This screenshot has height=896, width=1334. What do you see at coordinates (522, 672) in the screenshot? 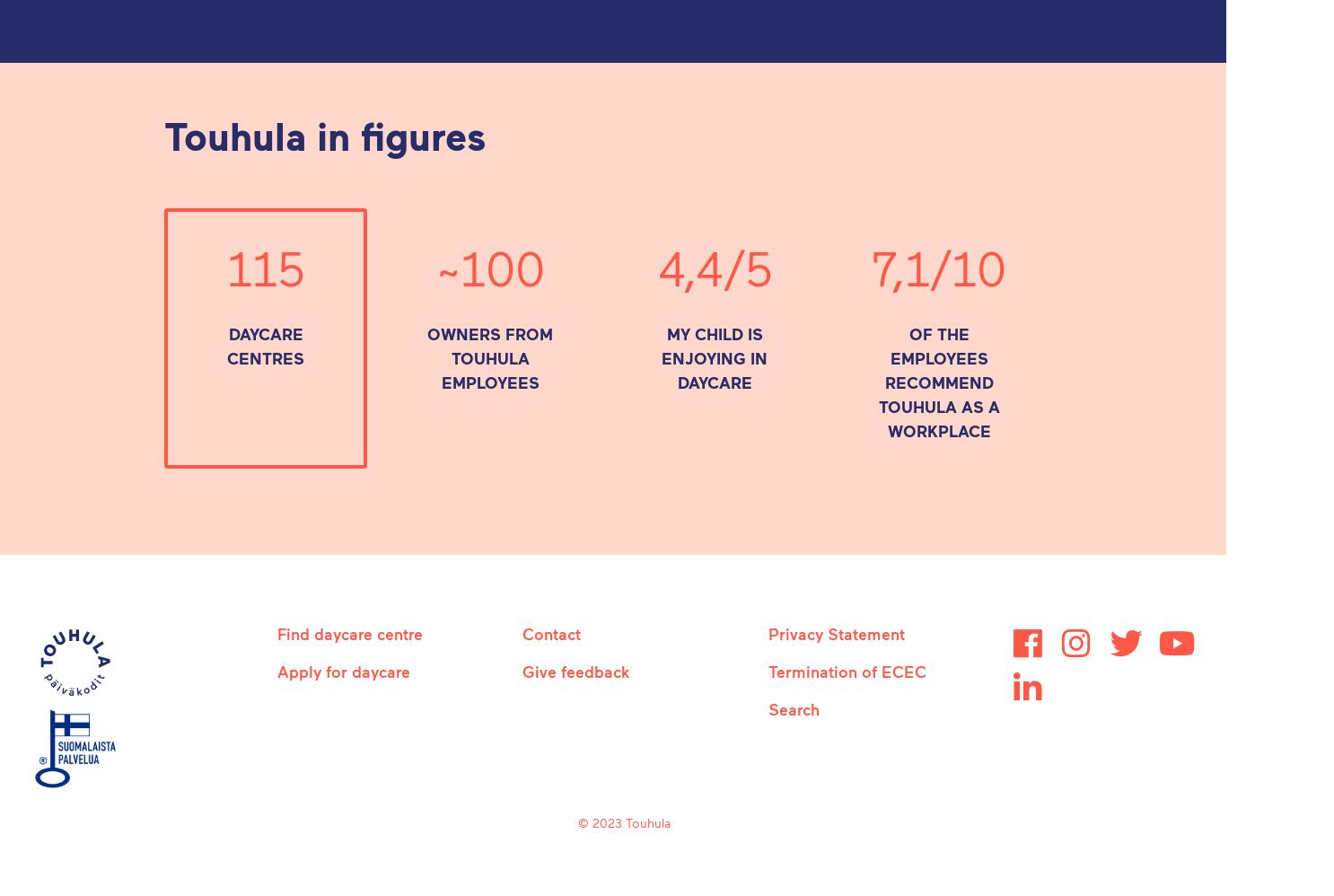
I see `'Give feedback'` at bounding box center [522, 672].